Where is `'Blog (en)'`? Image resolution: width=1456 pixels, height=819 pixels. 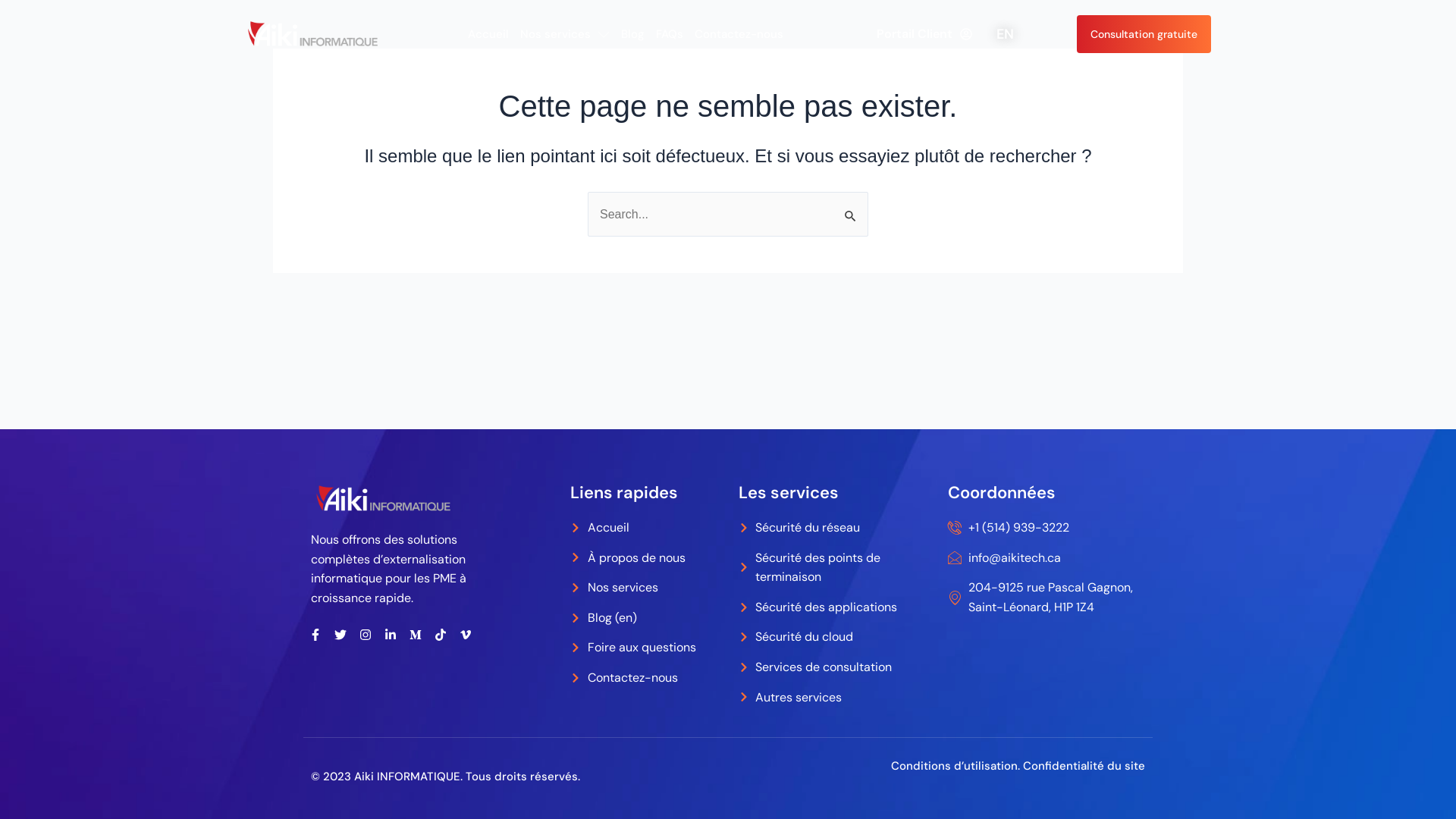
'Blog (en)' is located at coordinates (570, 617).